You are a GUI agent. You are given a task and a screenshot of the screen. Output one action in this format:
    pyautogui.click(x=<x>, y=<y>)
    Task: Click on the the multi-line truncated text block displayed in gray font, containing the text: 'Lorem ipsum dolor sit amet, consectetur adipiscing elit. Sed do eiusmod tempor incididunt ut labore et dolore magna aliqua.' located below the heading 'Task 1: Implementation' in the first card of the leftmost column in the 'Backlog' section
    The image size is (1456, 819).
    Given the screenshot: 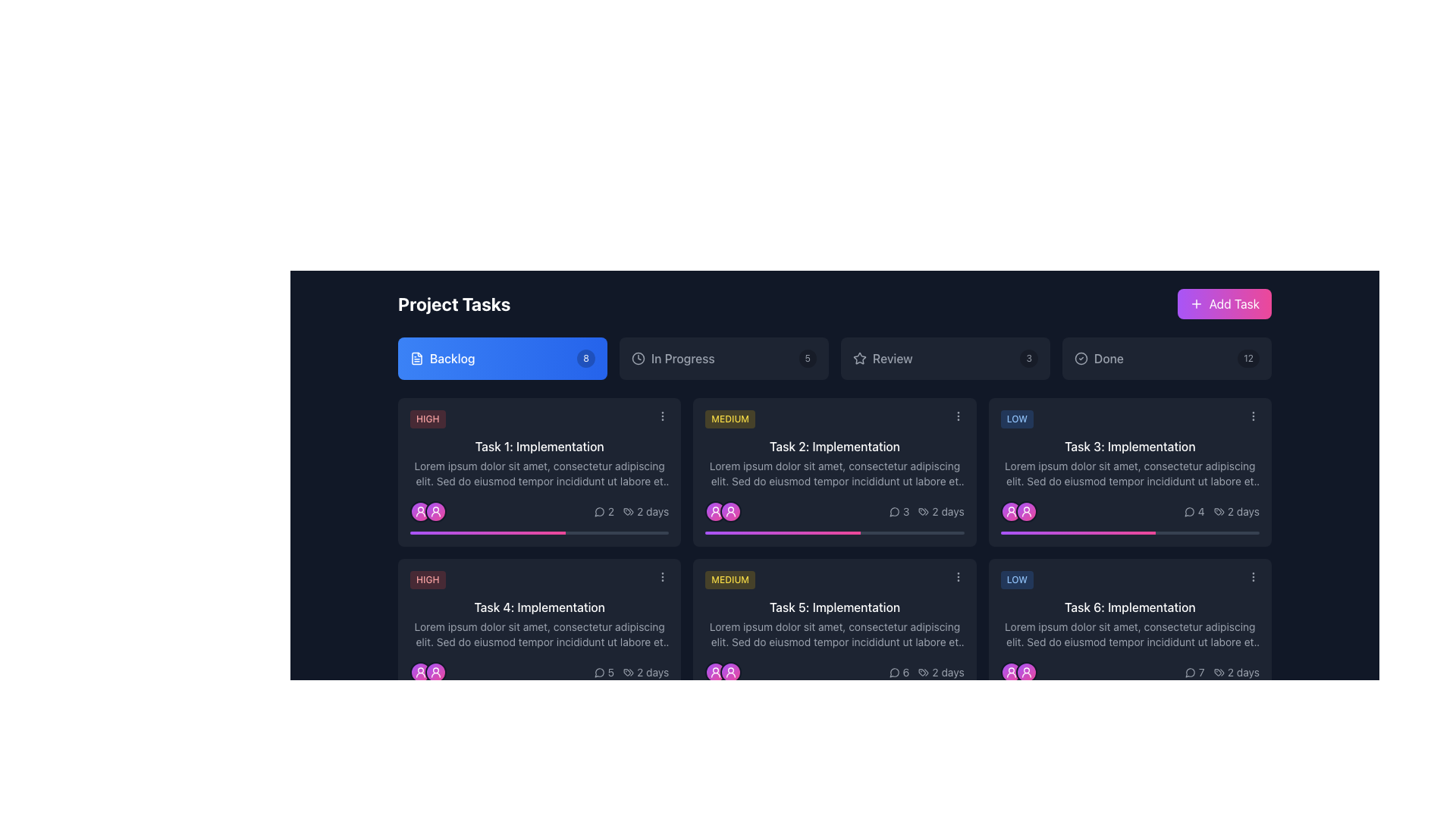 What is the action you would take?
    pyautogui.click(x=539, y=472)
    